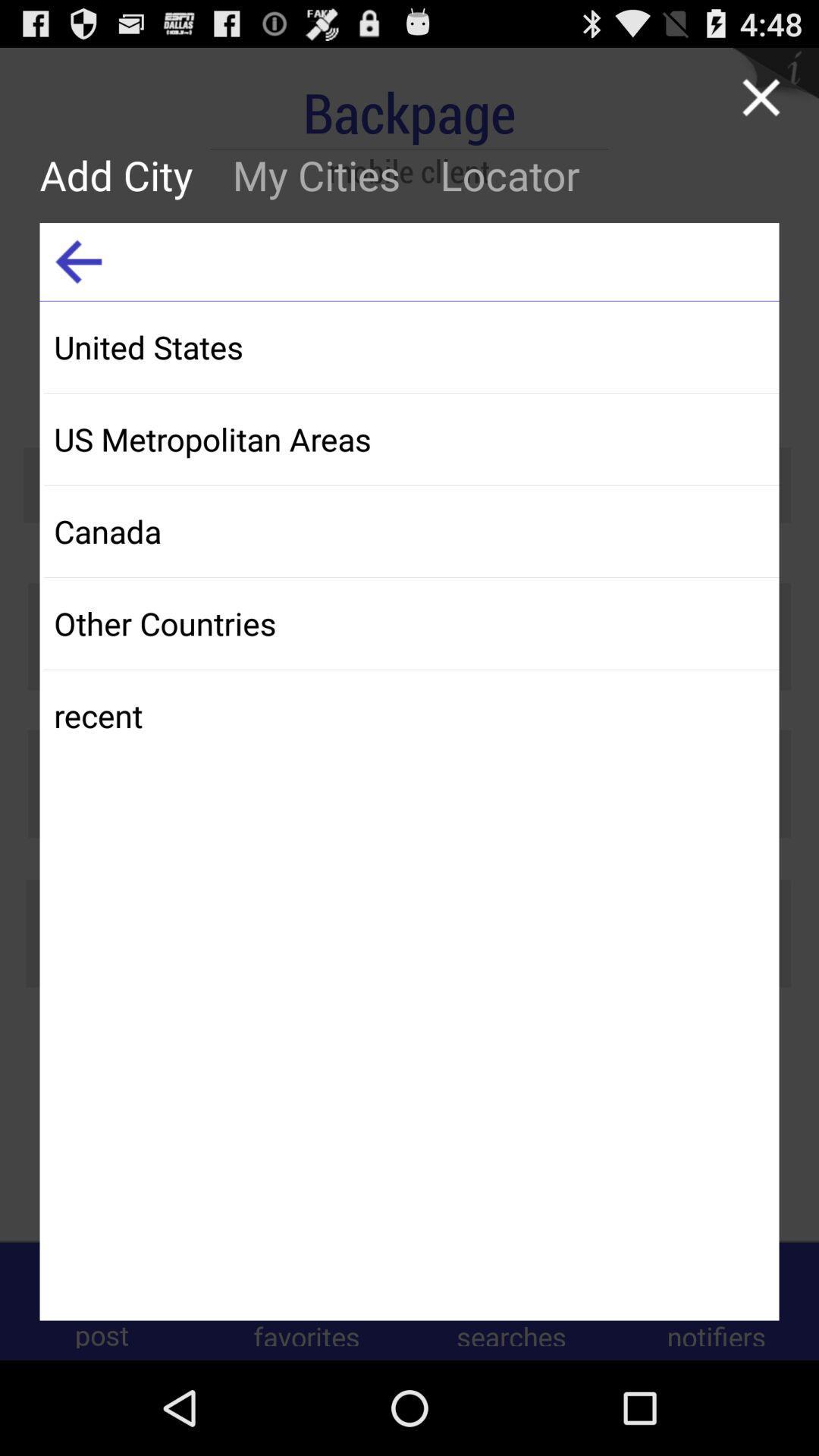  I want to click on the add city icon, so click(125, 174).